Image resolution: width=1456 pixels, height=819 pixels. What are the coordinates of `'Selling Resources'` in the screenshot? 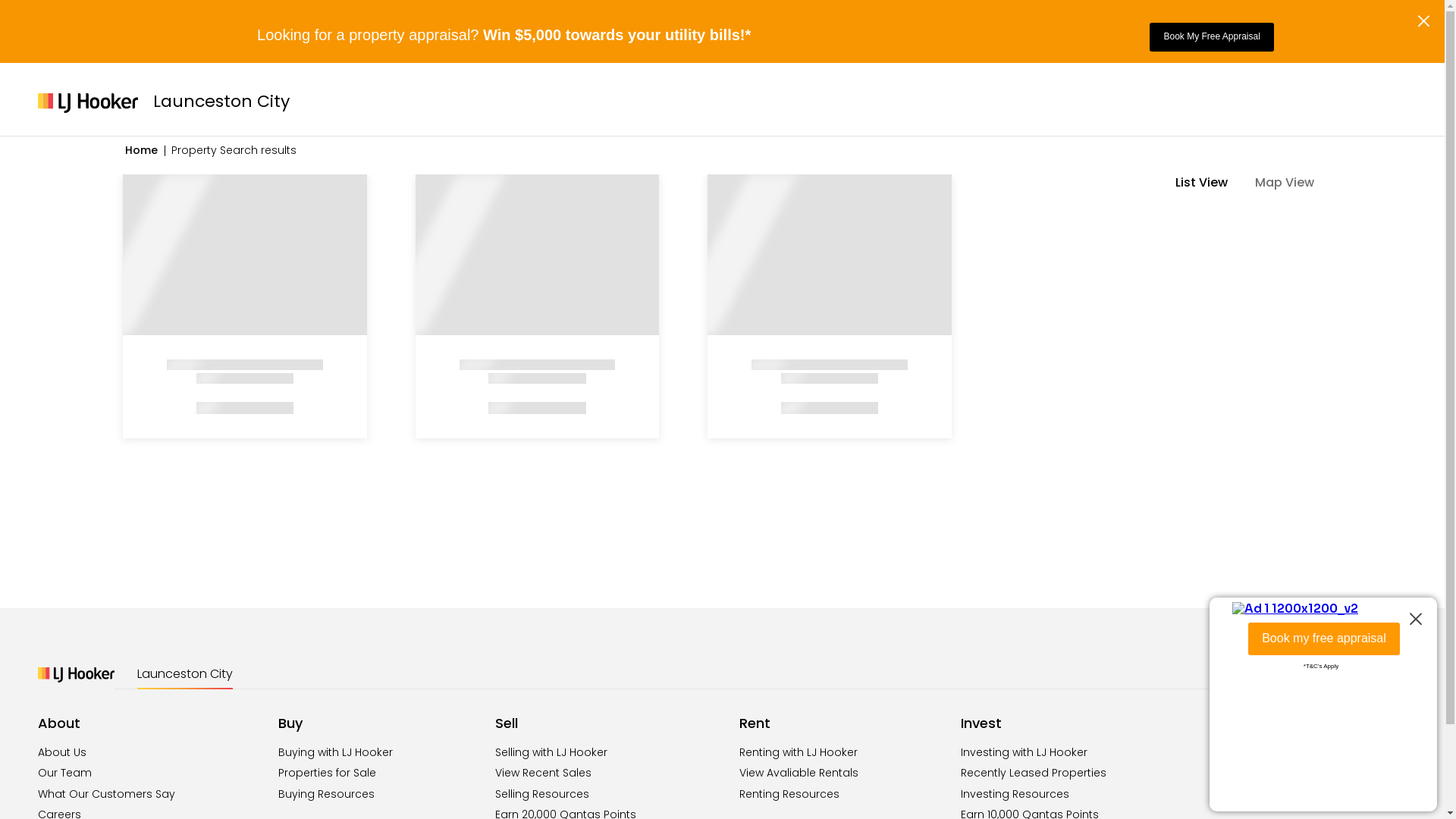 It's located at (542, 792).